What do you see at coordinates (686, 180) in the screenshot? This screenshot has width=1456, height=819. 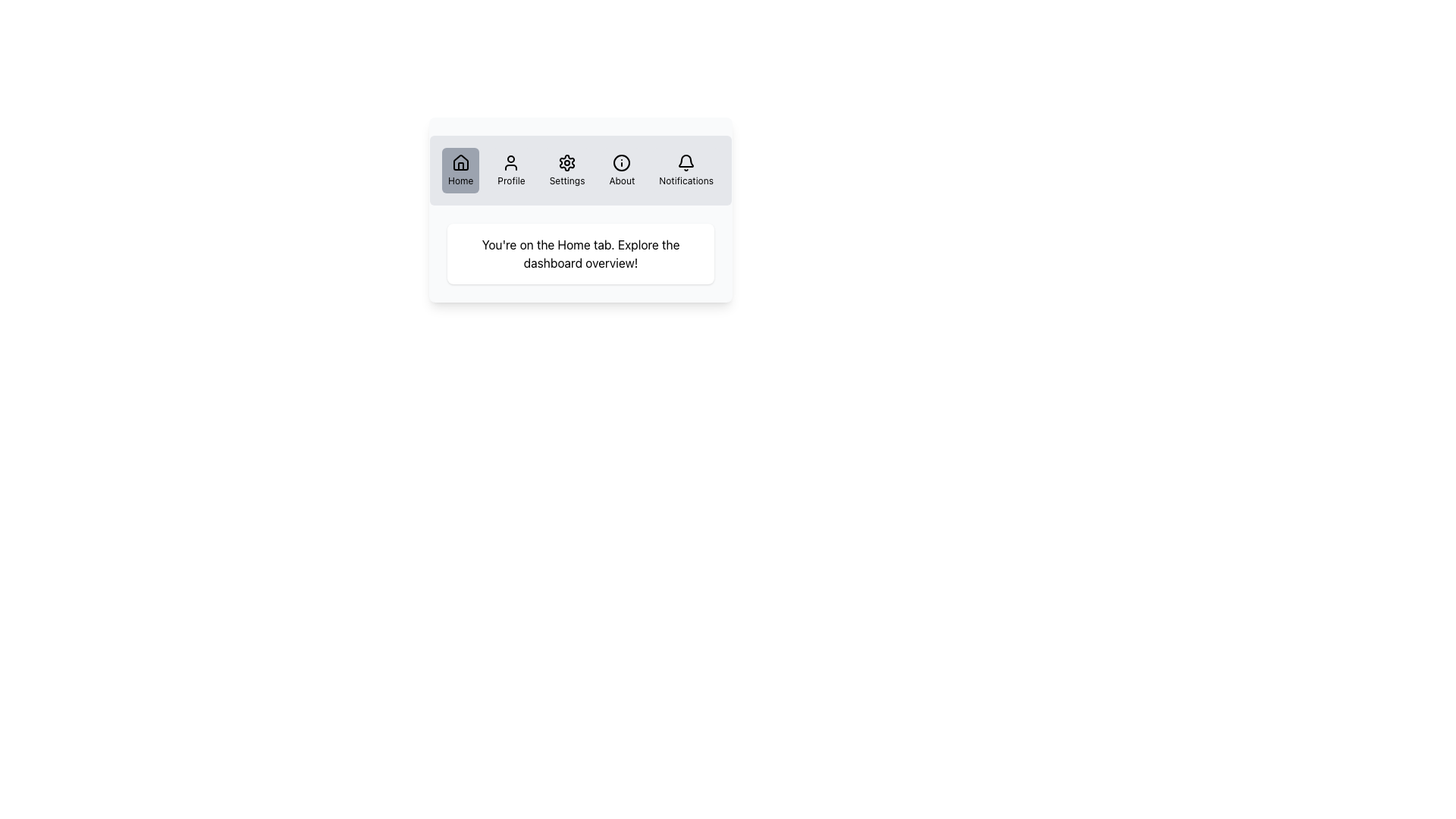 I see `the small gray text label reading 'Notifications' located beneath the bell-shaped icon` at bounding box center [686, 180].